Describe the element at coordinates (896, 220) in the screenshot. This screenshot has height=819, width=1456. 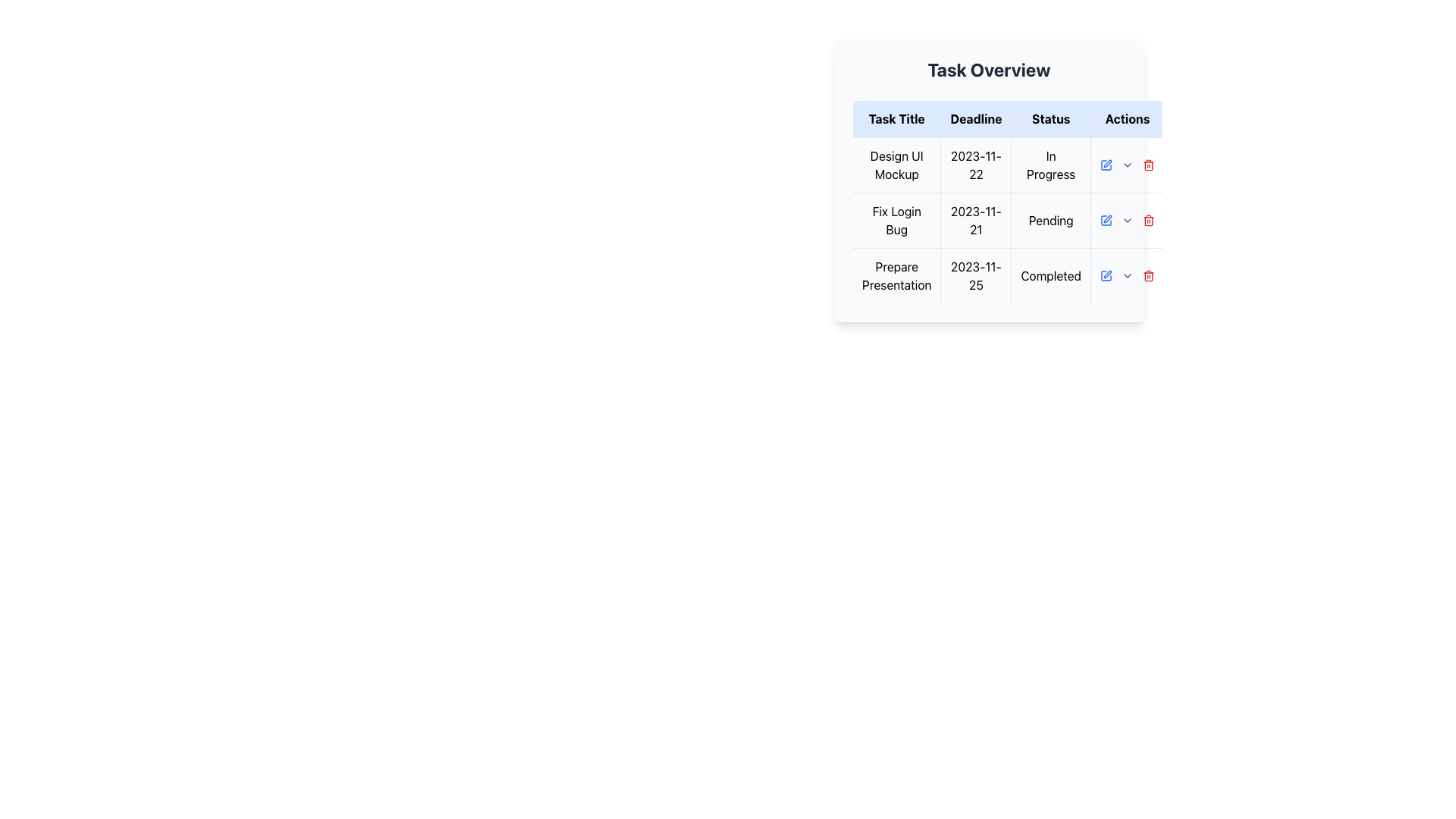
I see `the text label displaying 'Fix Login Bug' which is located in the leftmost cell of the second row of a structured table layout` at that location.